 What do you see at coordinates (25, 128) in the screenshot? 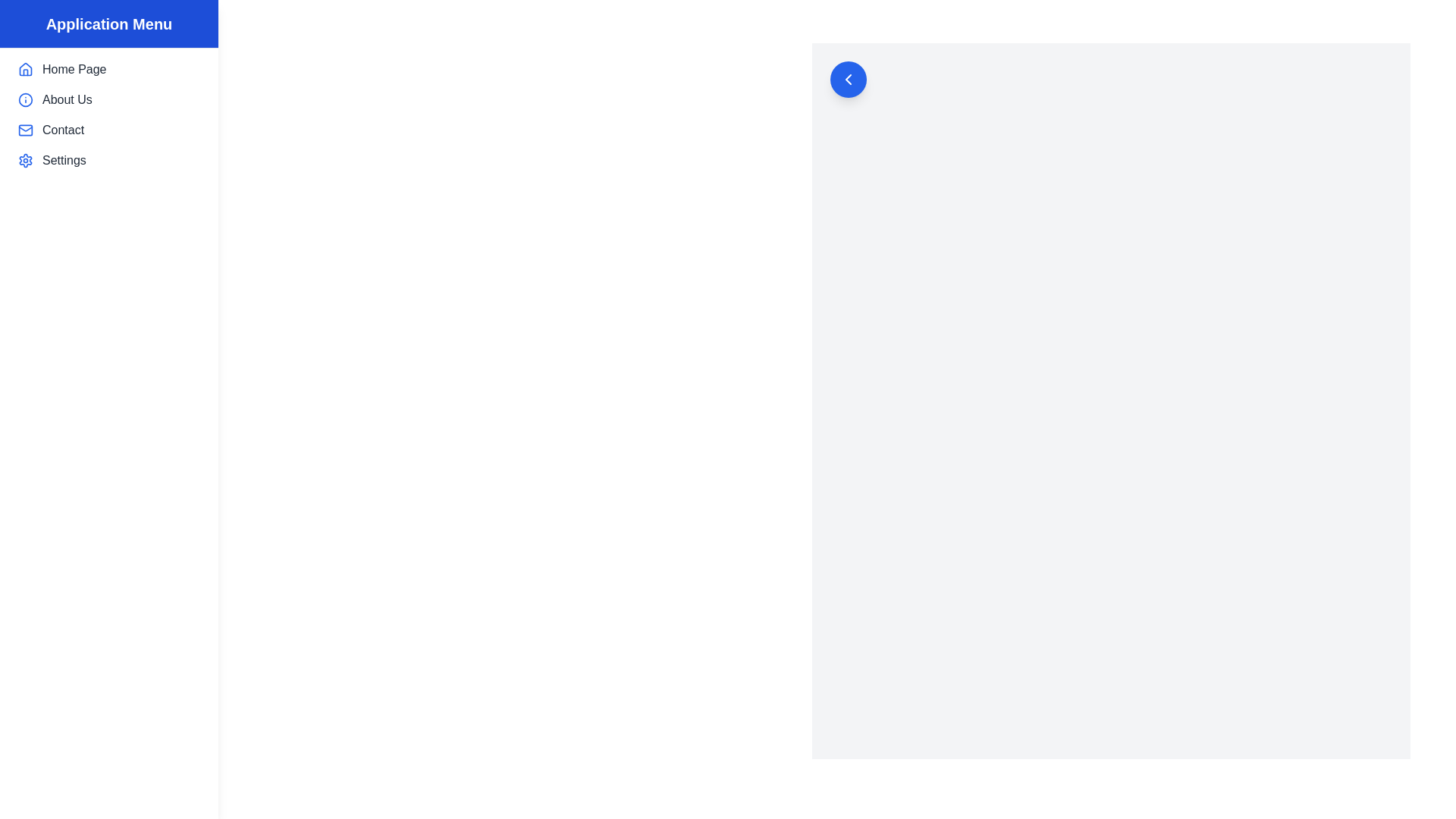
I see `the middle horizontal part of the stylized mail envelope icon located to the right of the 'Contact' label in the left panel of the application menu` at bounding box center [25, 128].